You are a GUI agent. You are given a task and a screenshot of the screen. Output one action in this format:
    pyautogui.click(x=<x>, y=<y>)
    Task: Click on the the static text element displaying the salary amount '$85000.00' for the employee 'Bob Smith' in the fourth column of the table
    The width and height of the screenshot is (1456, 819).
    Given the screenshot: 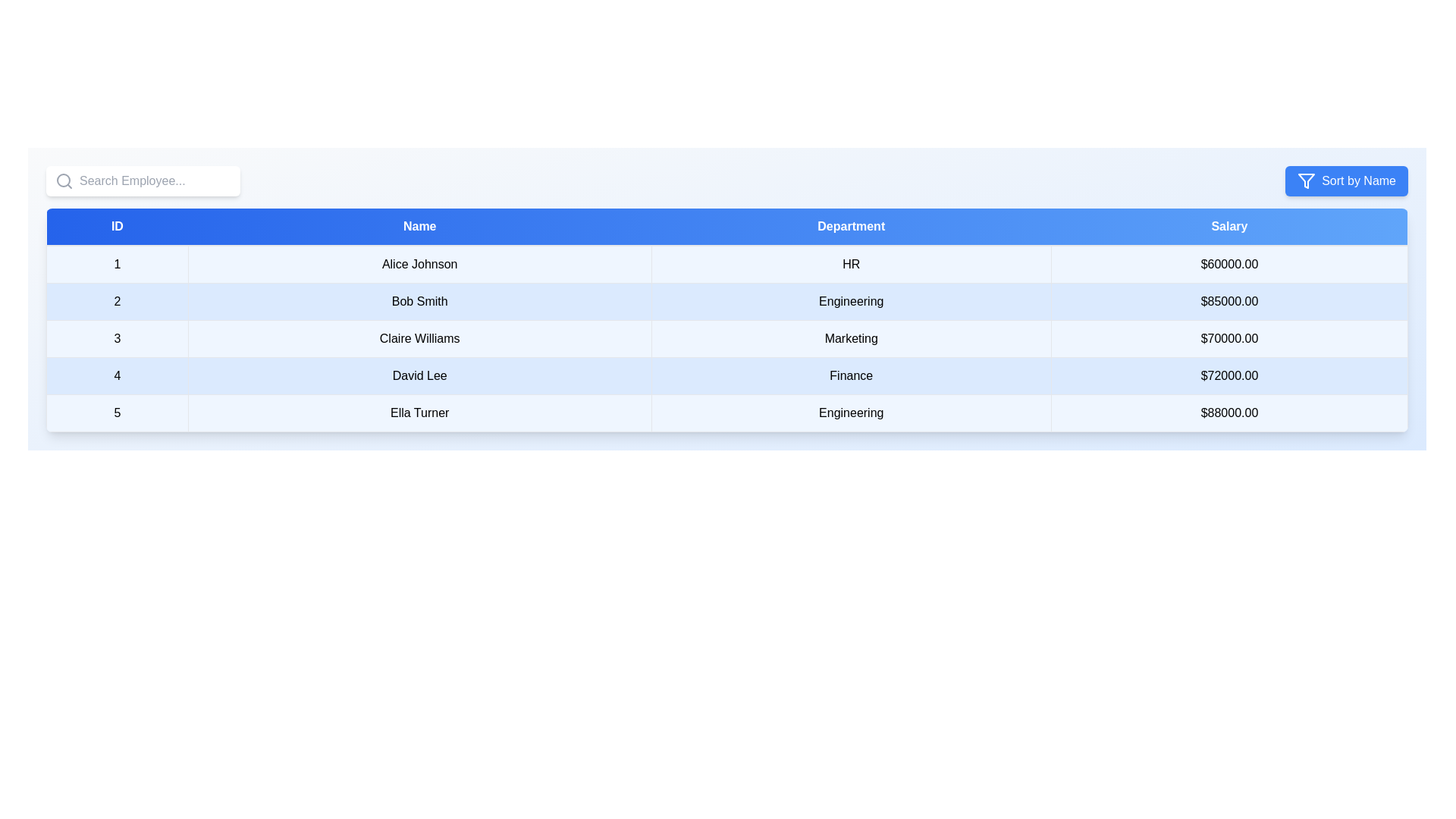 What is the action you would take?
    pyautogui.click(x=1229, y=301)
    